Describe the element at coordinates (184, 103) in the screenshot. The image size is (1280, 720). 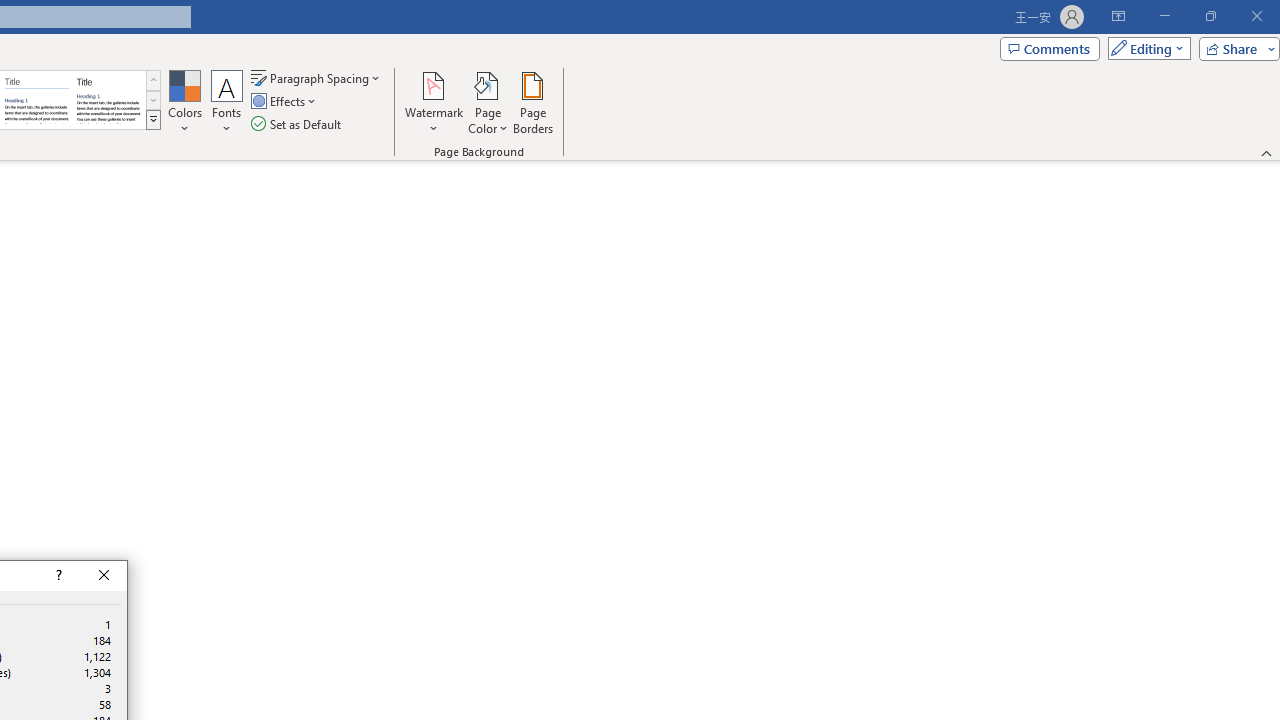
I see `'Colors'` at that location.